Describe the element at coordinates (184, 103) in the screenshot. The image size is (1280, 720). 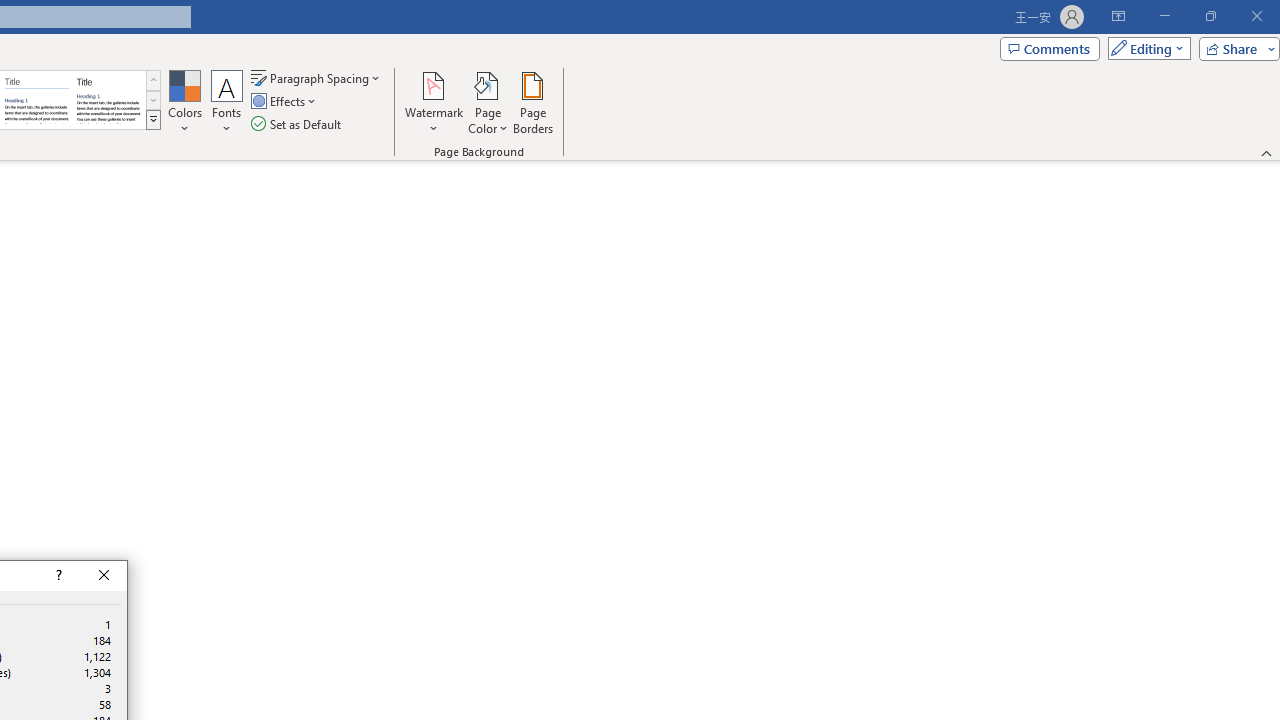
I see `'Colors'` at that location.